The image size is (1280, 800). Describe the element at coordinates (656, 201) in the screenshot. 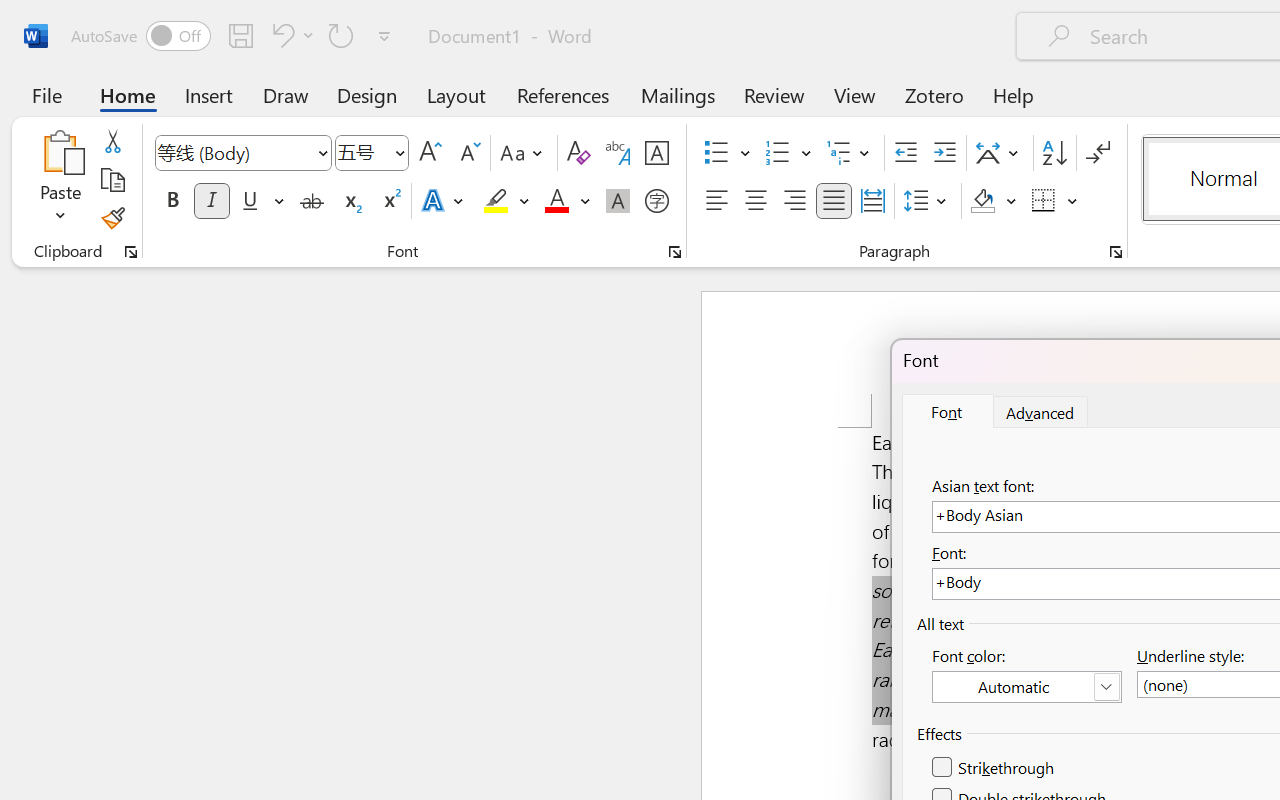

I see `'Enclose Characters...'` at that location.